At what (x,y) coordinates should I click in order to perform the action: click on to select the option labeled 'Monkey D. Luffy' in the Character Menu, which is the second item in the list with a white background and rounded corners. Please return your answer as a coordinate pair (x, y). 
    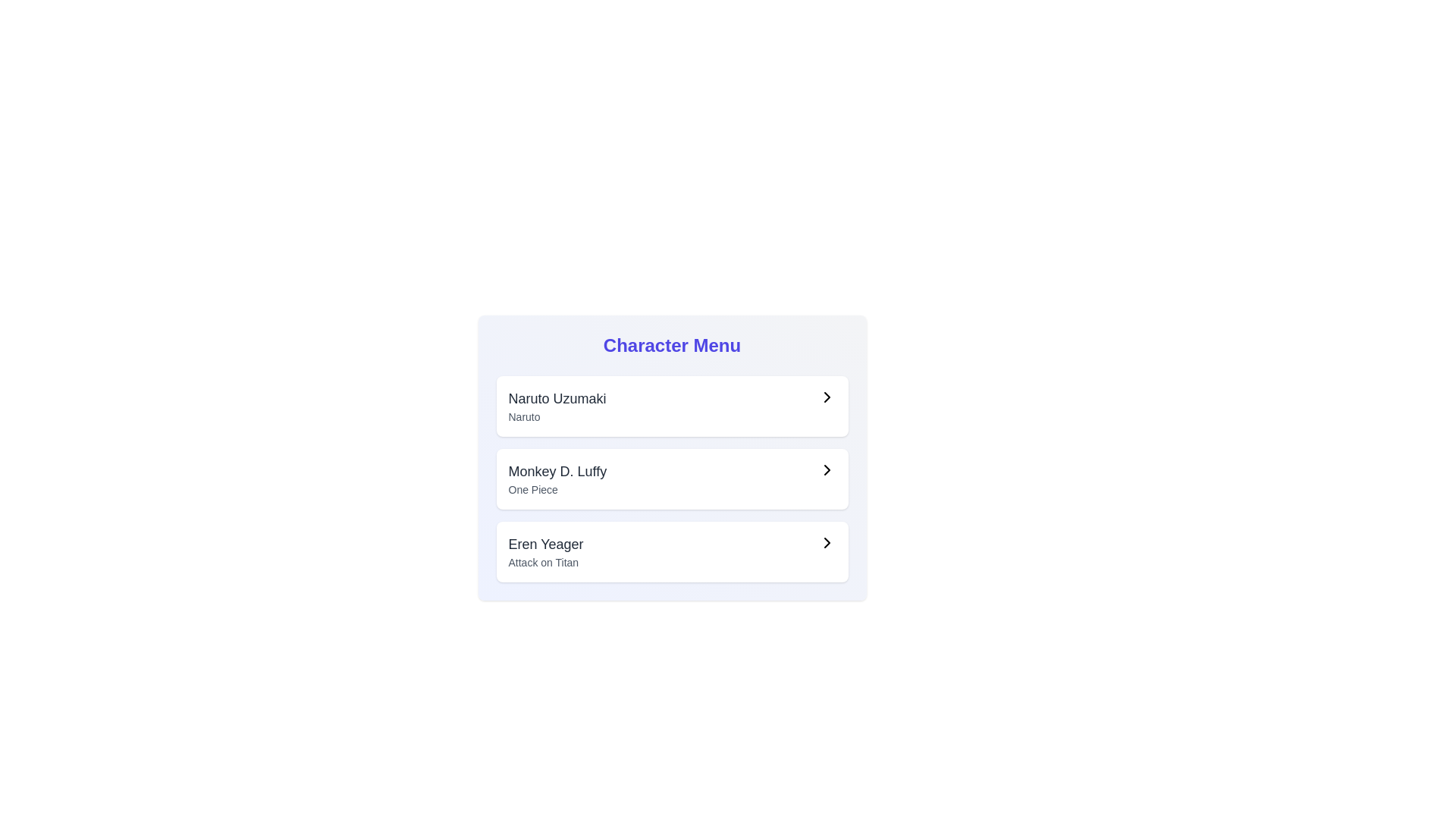
    Looking at the image, I should click on (671, 479).